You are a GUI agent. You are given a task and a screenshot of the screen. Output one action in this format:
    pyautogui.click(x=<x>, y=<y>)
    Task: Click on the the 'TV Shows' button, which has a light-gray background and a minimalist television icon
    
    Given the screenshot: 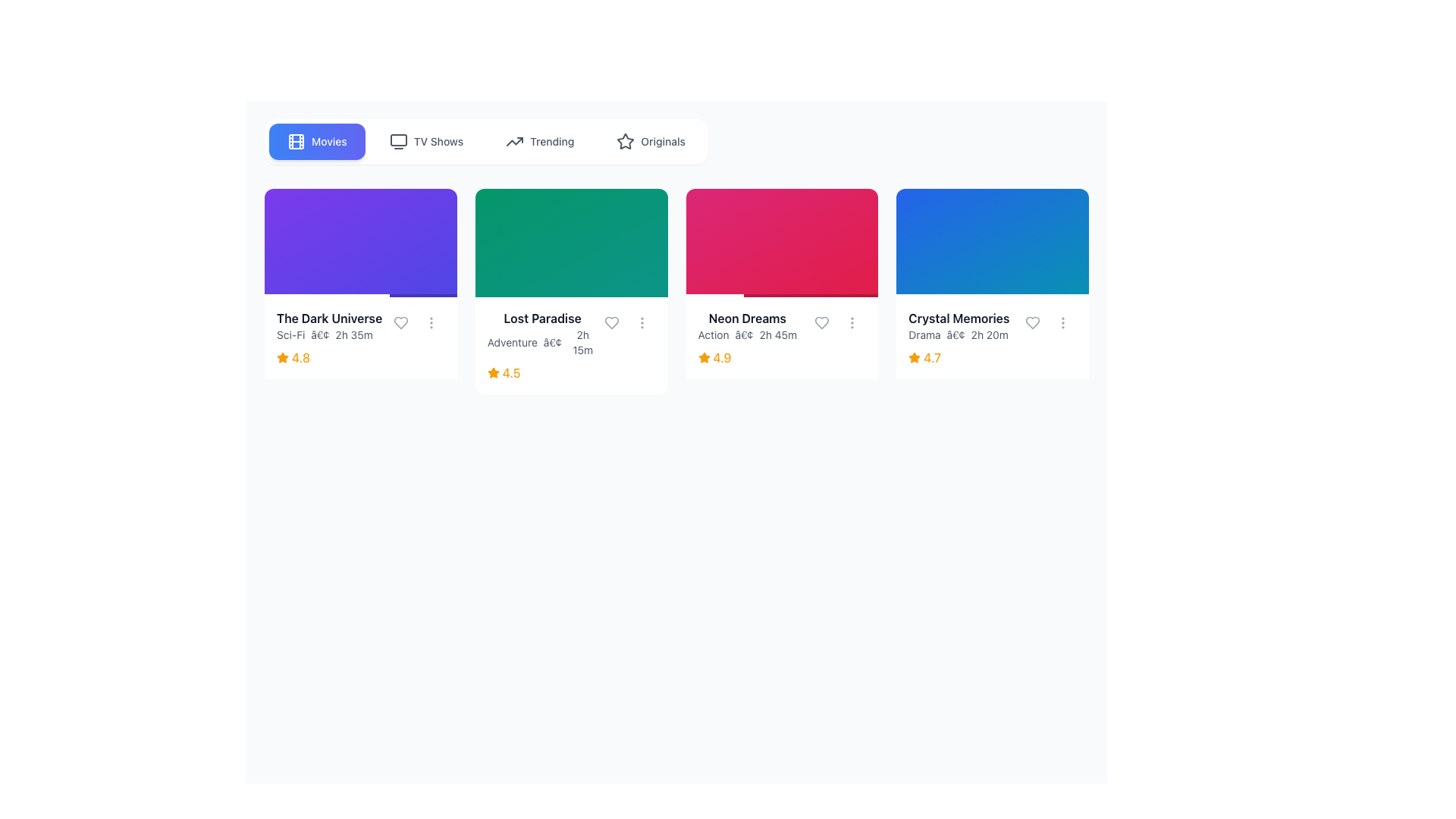 What is the action you would take?
    pyautogui.click(x=425, y=141)
    